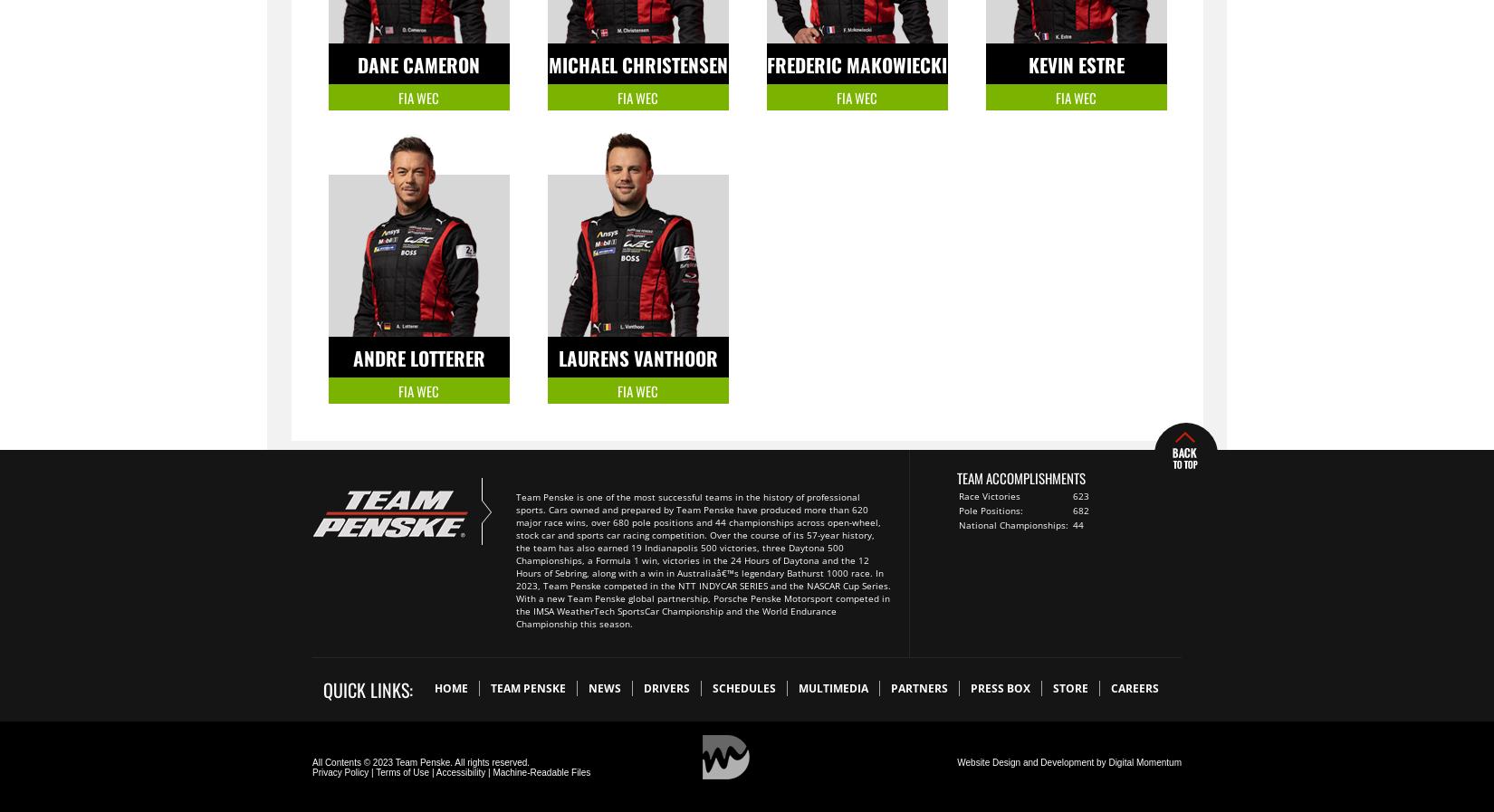  I want to click on 'News', so click(603, 688).